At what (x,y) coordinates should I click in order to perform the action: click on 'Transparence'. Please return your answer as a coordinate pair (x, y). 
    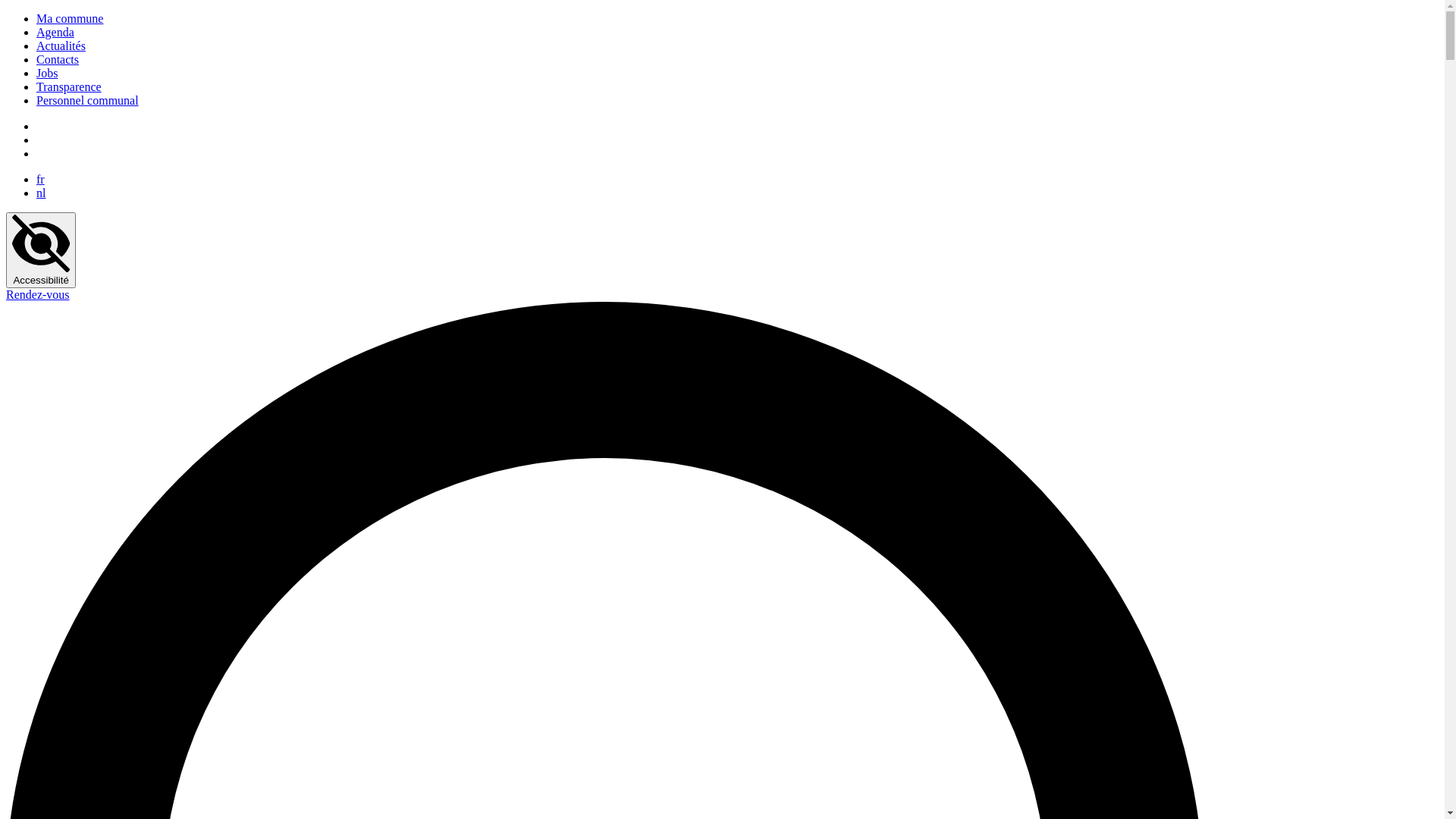
    Looking at the image, I should click on (68, 86).